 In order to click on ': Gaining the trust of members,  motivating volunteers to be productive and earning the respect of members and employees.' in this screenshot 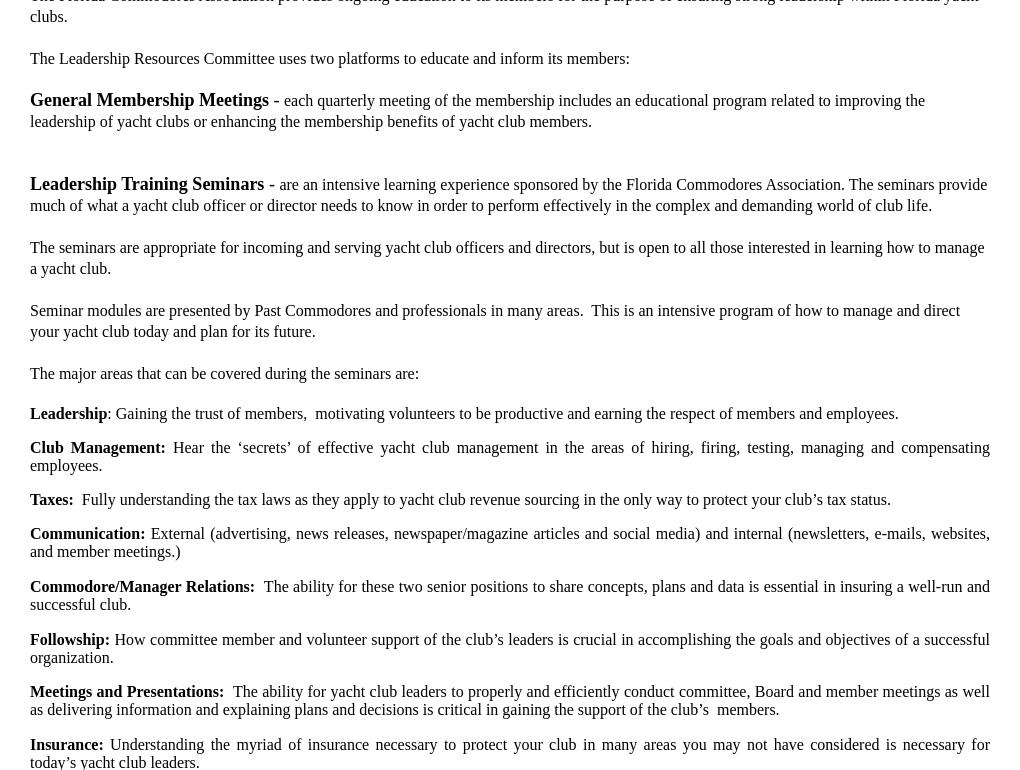, I will do `click(502, 412)`.